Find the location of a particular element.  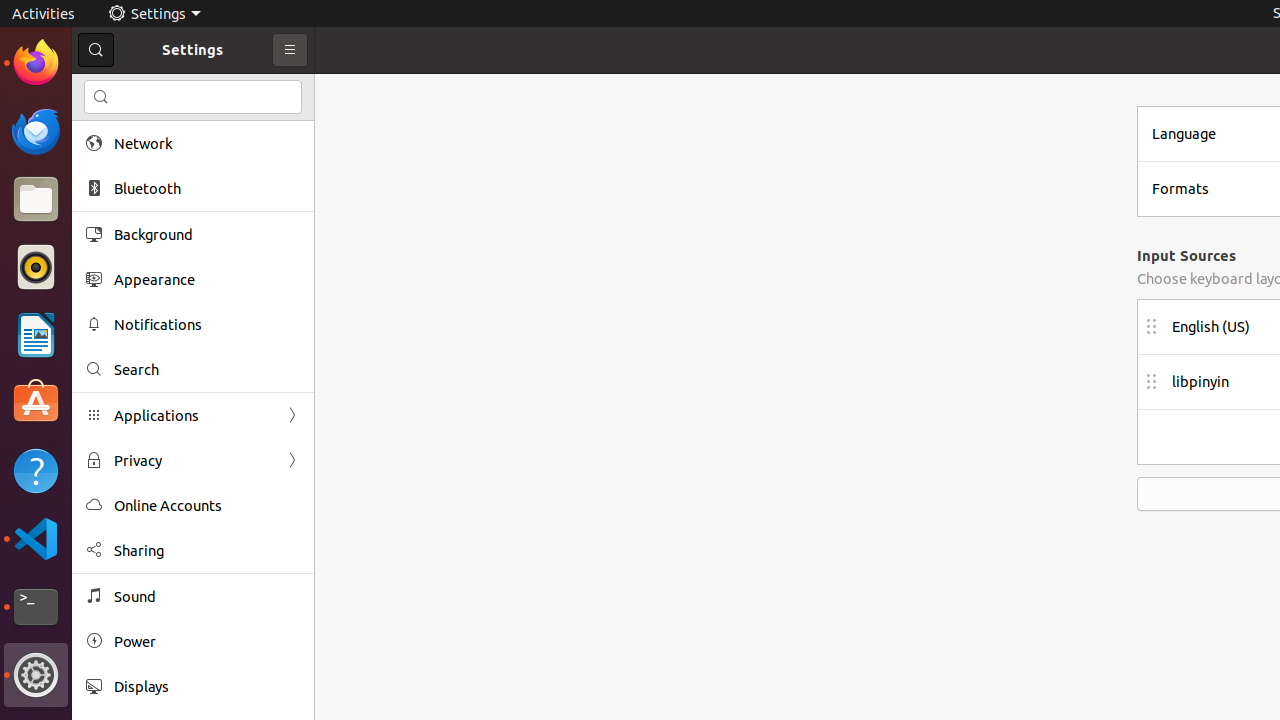

'Applications' is located at coordinates (193, 414).